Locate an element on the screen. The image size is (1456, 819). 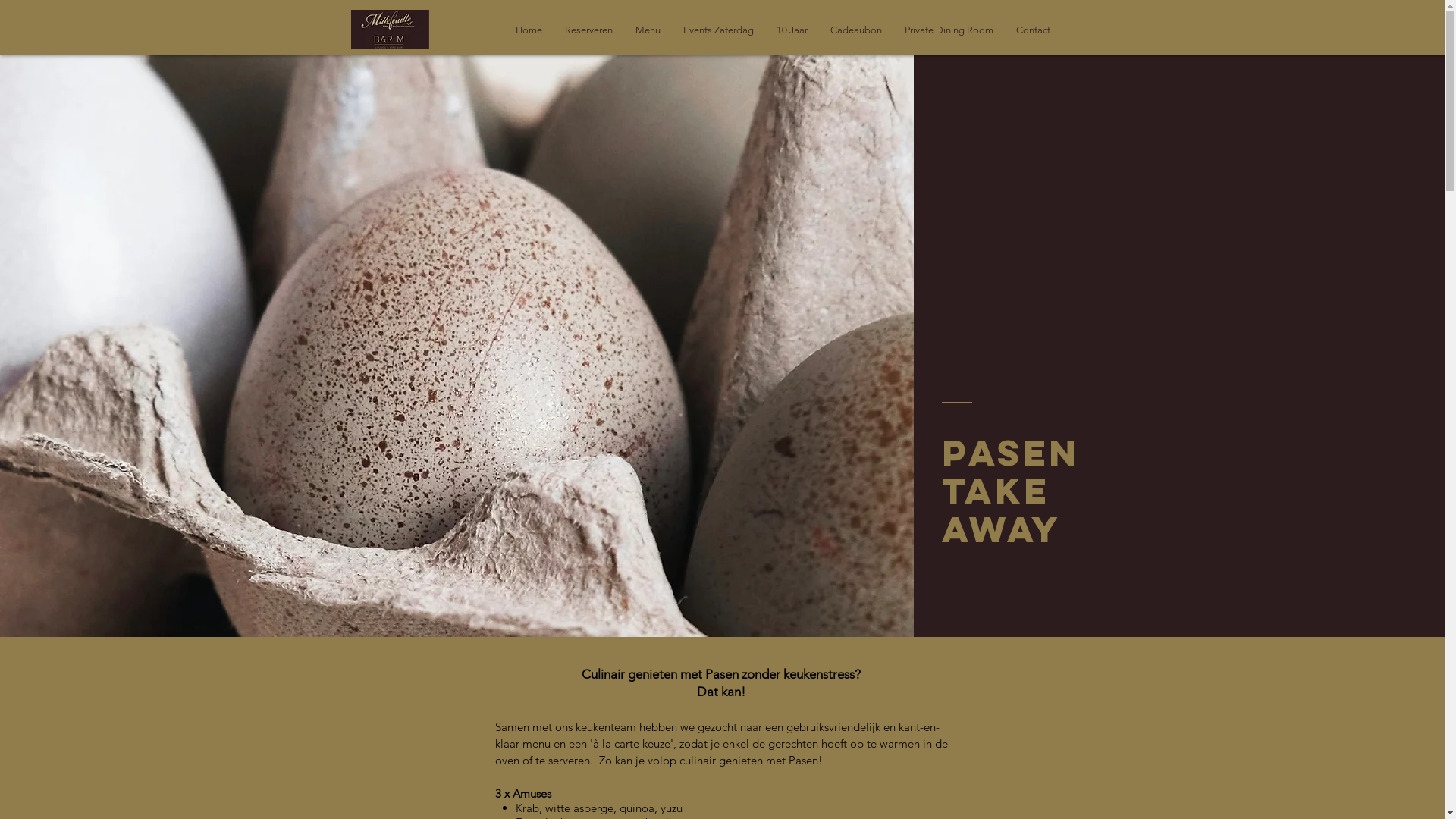
'Home' is located at coordinates (528, 30).